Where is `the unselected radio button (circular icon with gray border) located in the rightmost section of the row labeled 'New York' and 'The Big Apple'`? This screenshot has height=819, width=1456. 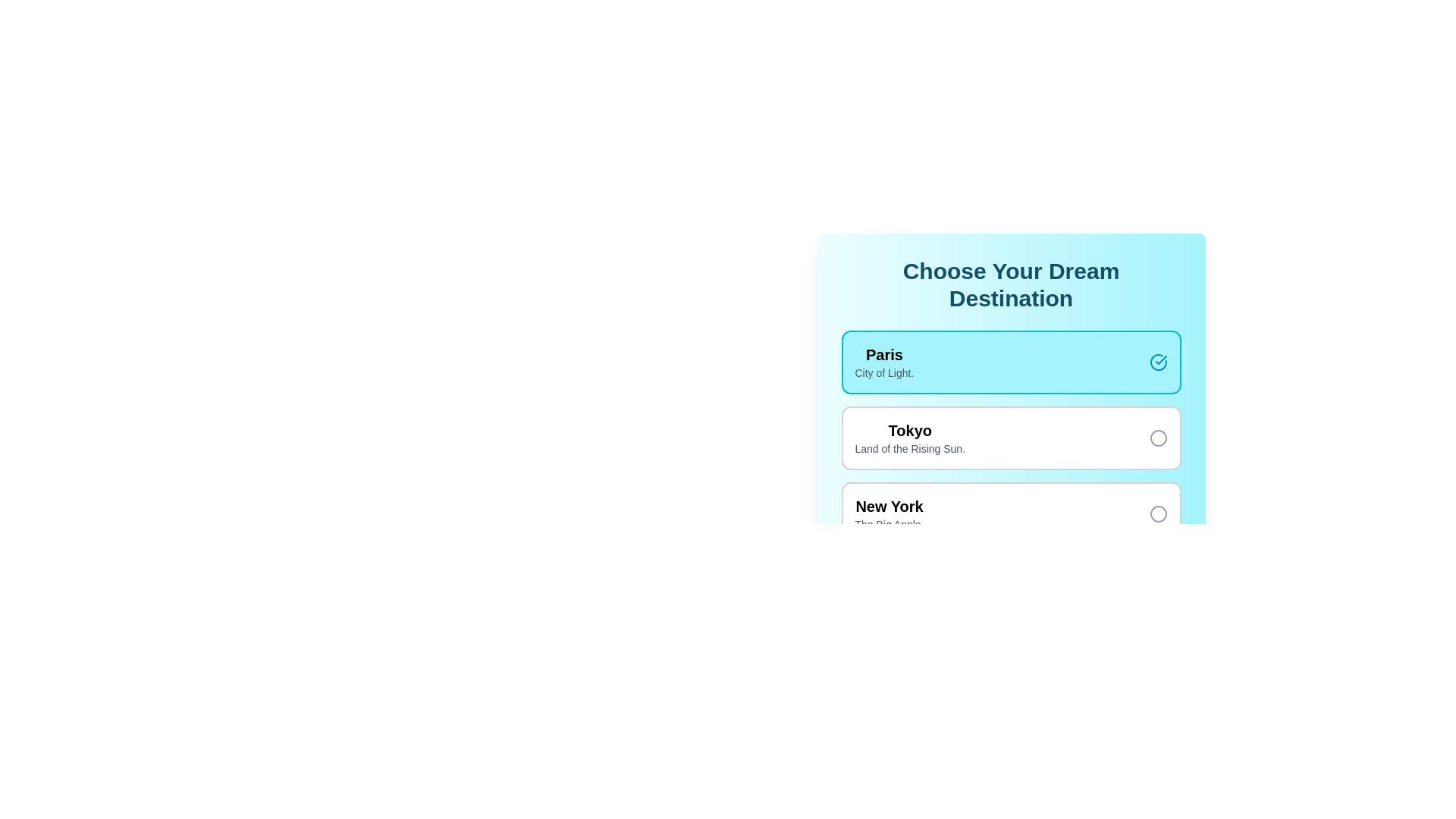 the unselected radio button (circular icon with gray border) located in the rightmost section of the row labeled 'New York' and 'The Big Apple' is located at coordinates (1157, 513).